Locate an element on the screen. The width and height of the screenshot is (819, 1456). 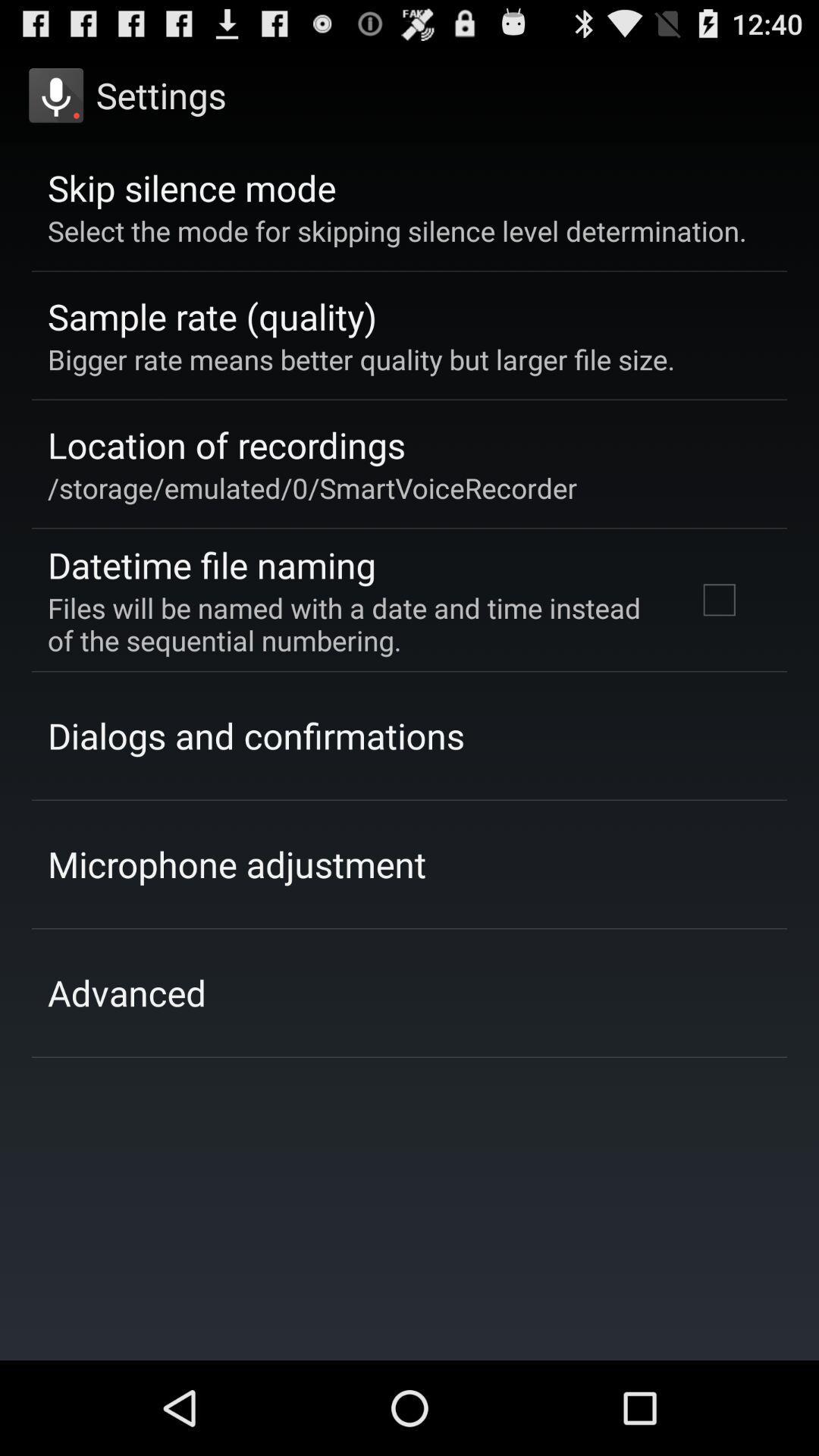
the icon next to the files will be item is located at coordinates (718, 599).